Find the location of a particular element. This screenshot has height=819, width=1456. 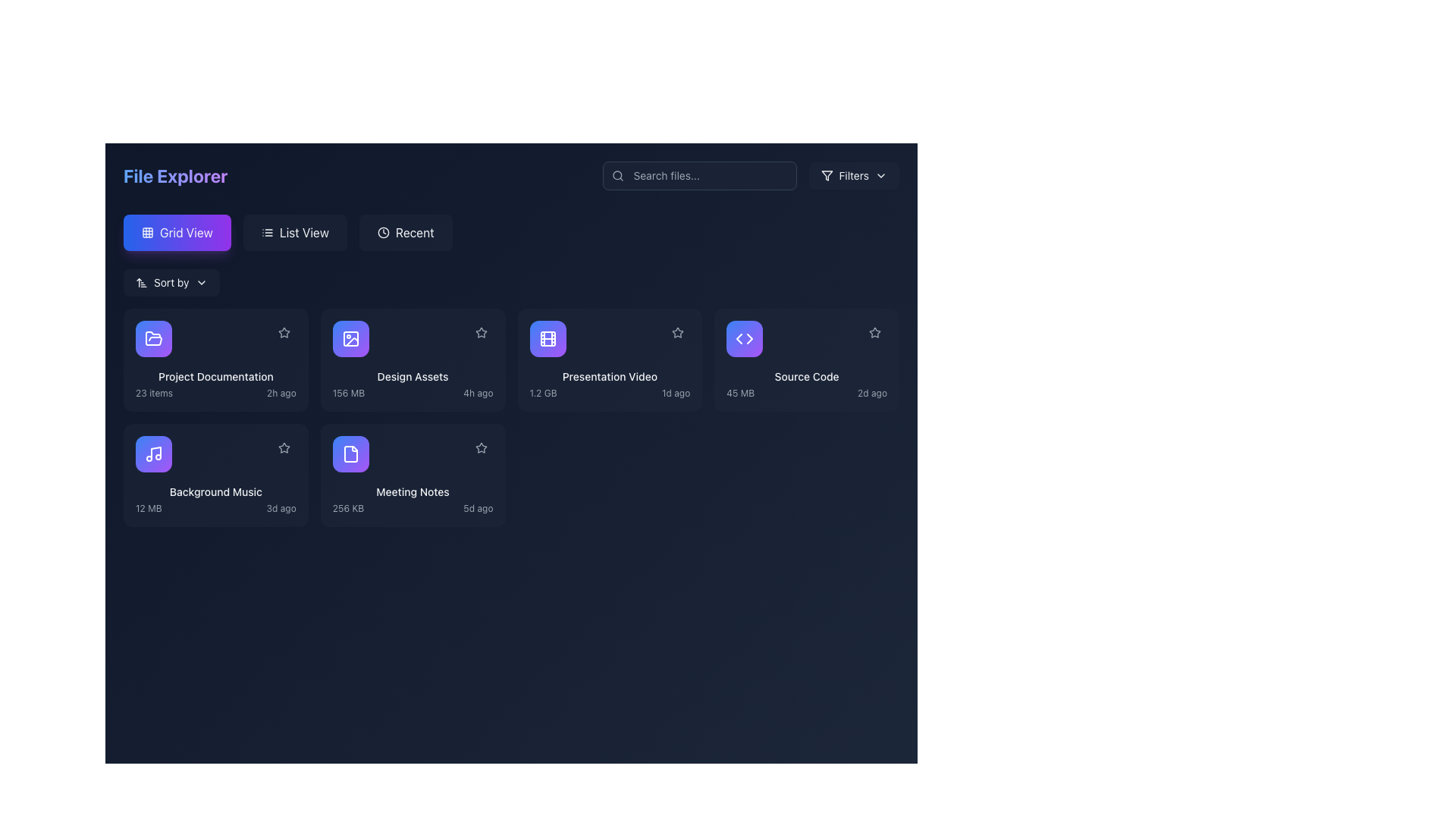

the icon button representing 'Project Documentation' located at the top-left corner of the corresponding card to interact with the associated item is located at coordinates (153, 338).